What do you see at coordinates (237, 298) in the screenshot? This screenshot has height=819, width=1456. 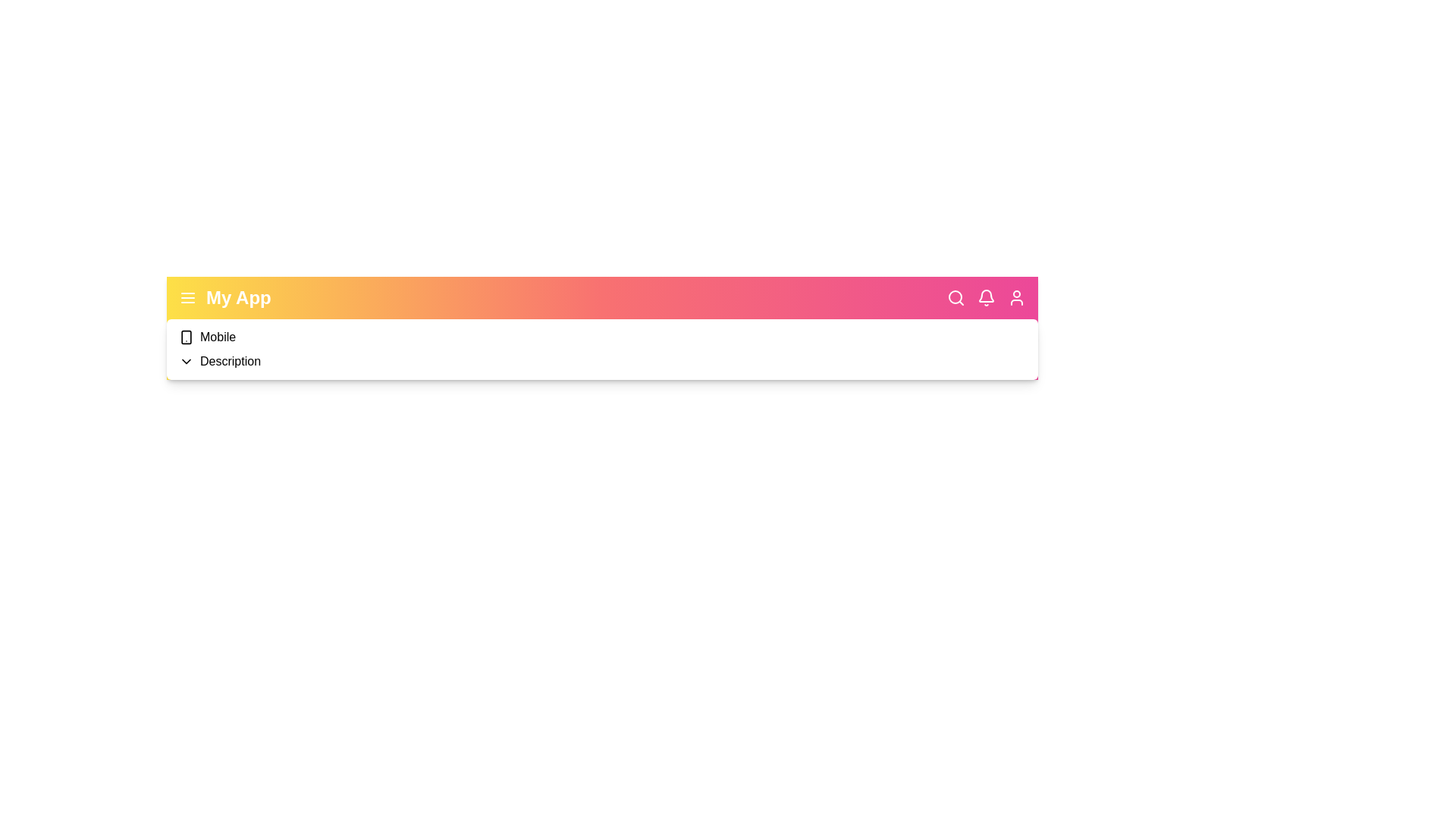 I see `the header text 'My App' to select it` at bounding box center [237, 298].